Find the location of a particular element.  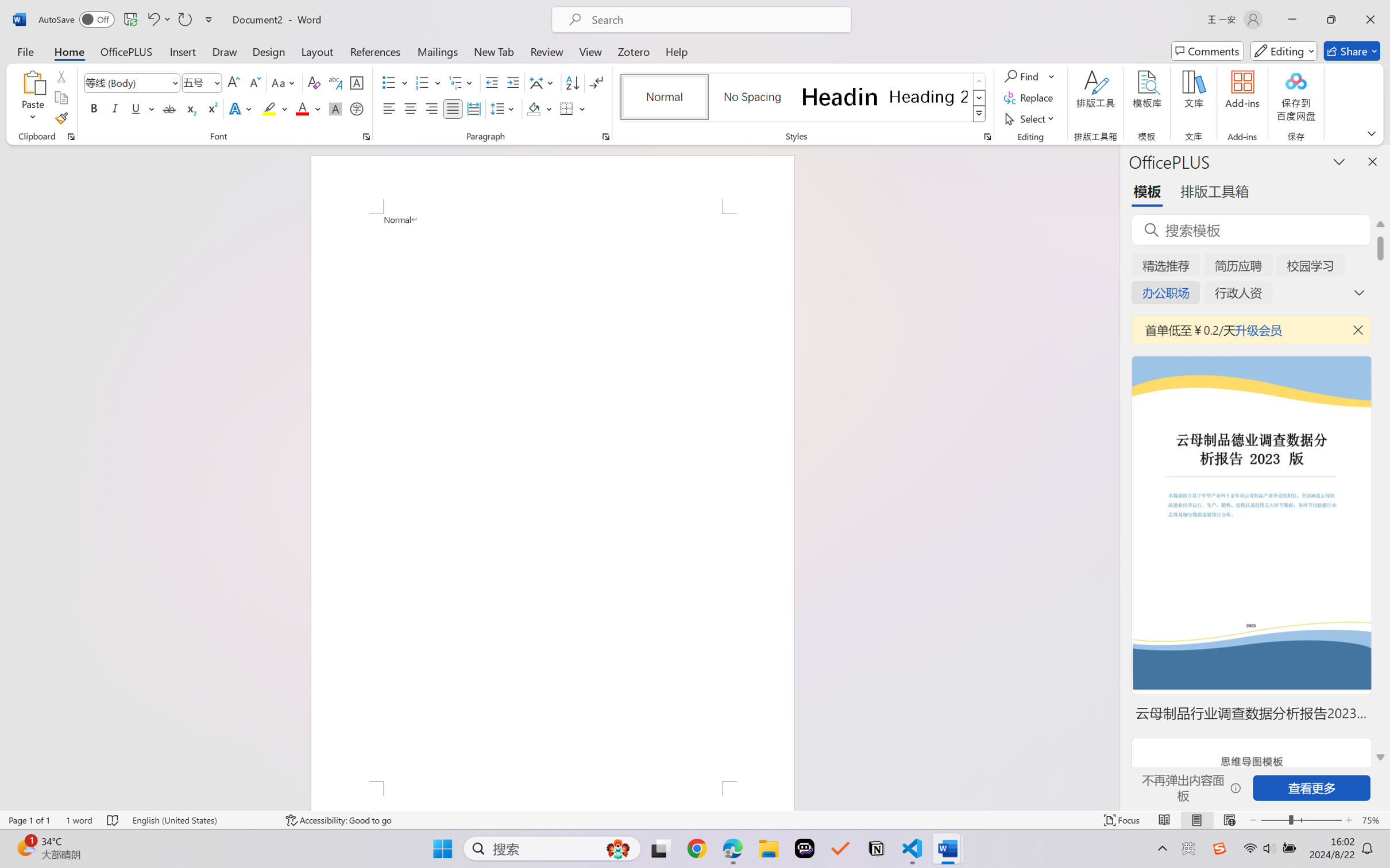

'New Tab' is located at coordinates (493, 51).